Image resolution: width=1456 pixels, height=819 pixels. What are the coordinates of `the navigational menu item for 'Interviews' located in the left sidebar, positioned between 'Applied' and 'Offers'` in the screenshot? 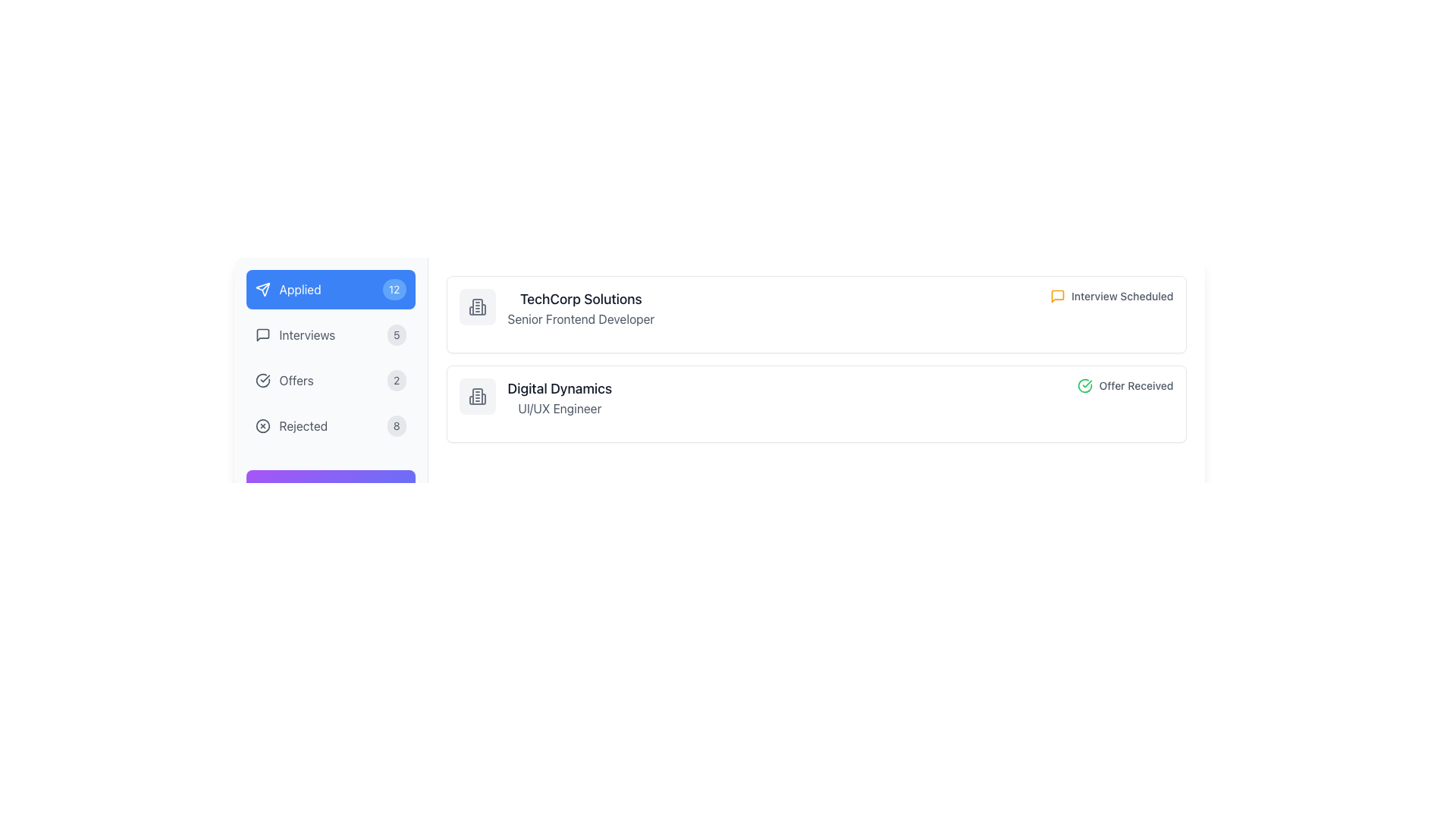 It's located at (295, 334).